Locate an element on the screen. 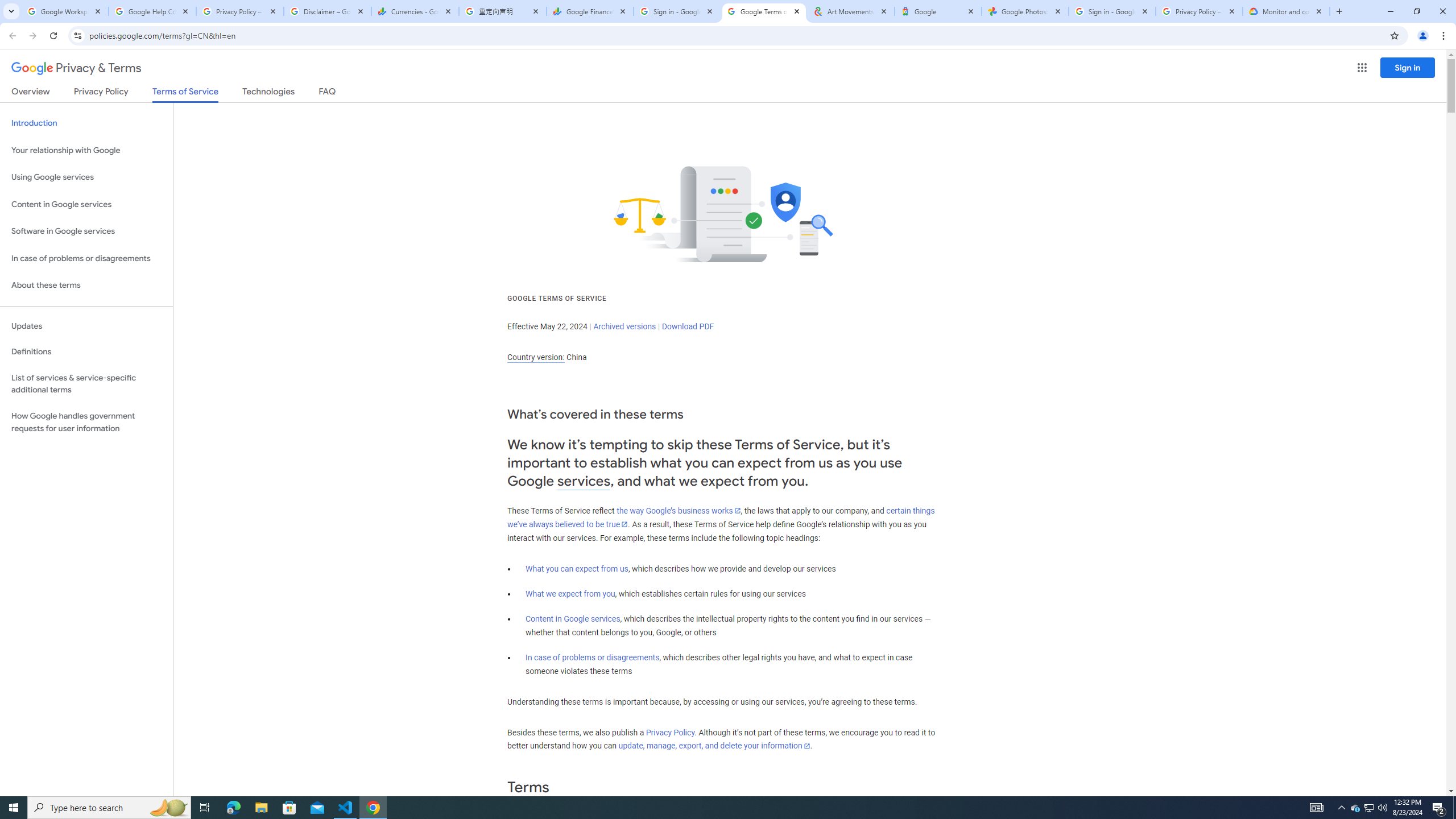 This screenshot has width=1456, height=819. 'update, manage, export, and delete your information' is located at coordinates (714, 745).